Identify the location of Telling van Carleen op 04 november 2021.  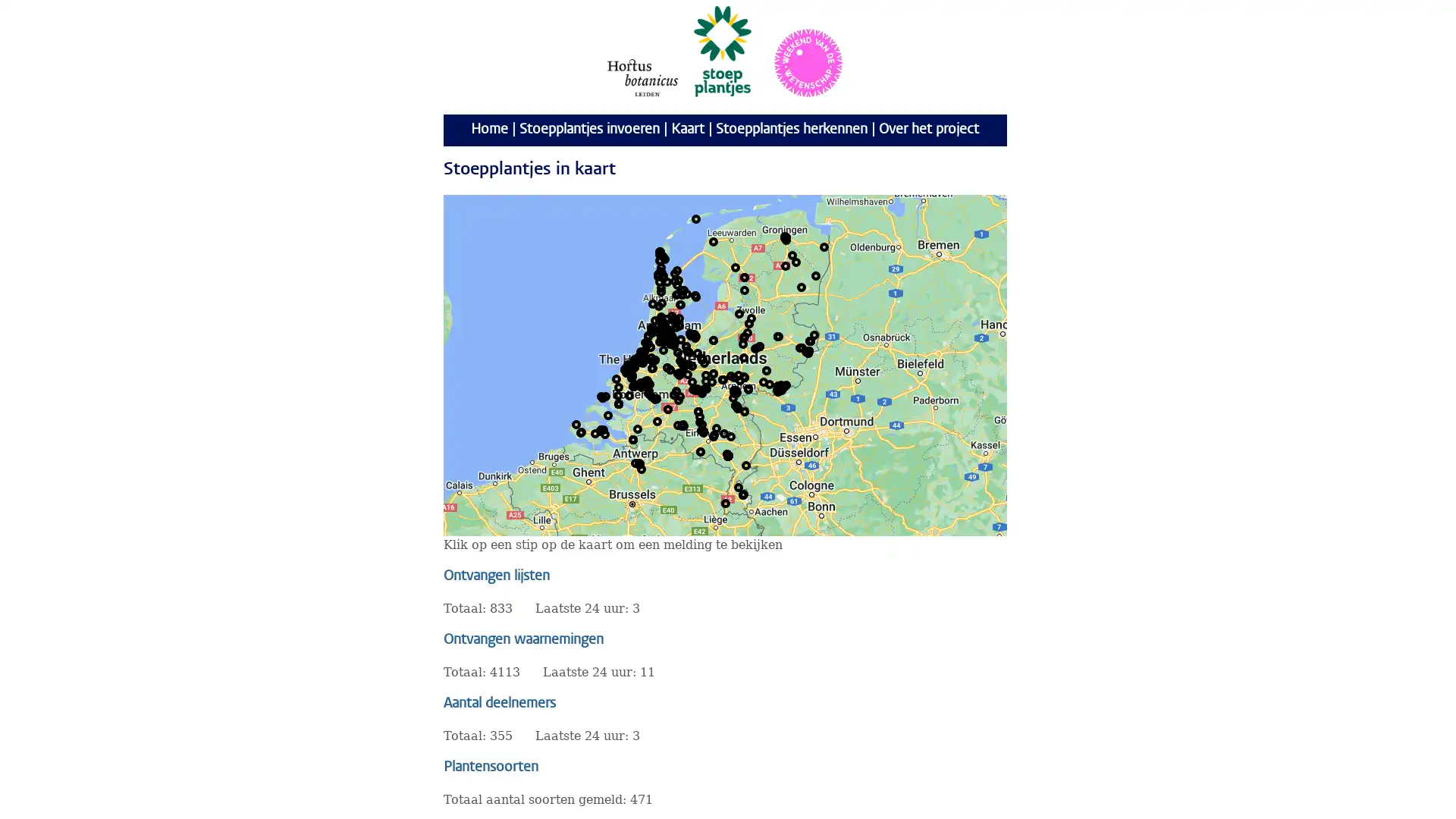
(785, 236).